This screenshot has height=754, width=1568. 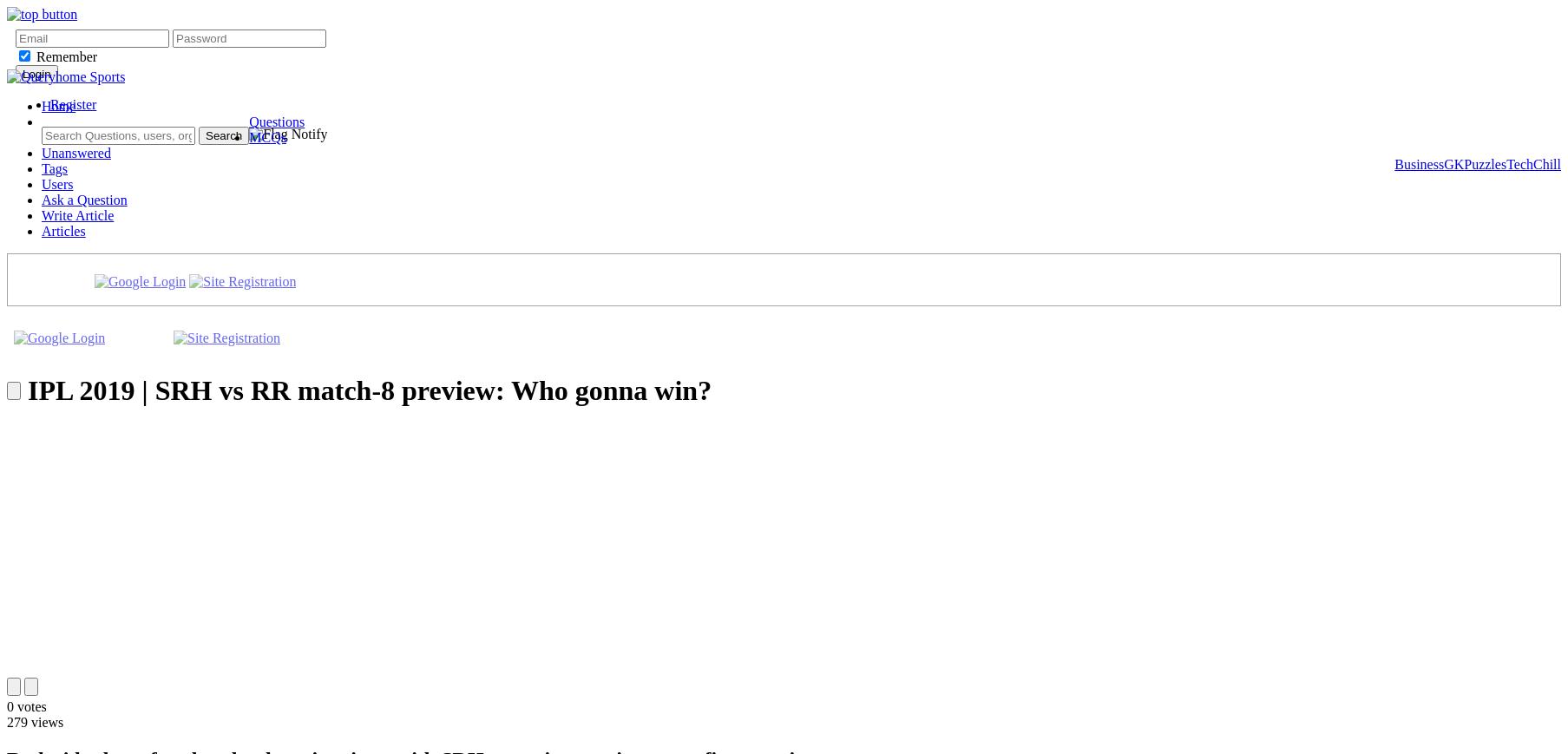 I want to click on 'Tags', so click(x=54, y=167).